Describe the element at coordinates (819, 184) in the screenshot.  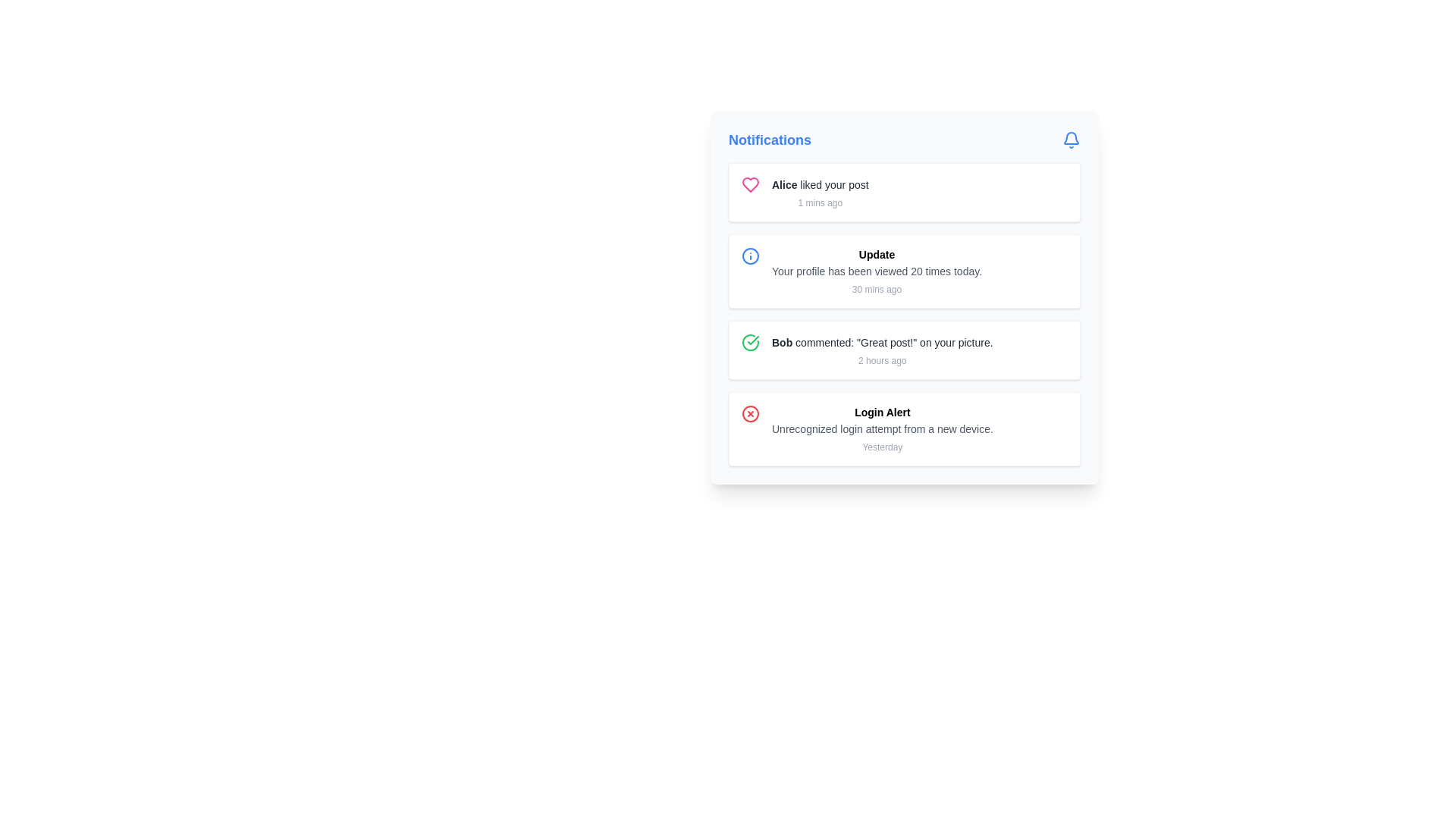
I see `text label that says 'Alice liked your post', which is located in the first notification card under the title 'Notifications' and is styled in a smaller font and dark gray color` at that location.